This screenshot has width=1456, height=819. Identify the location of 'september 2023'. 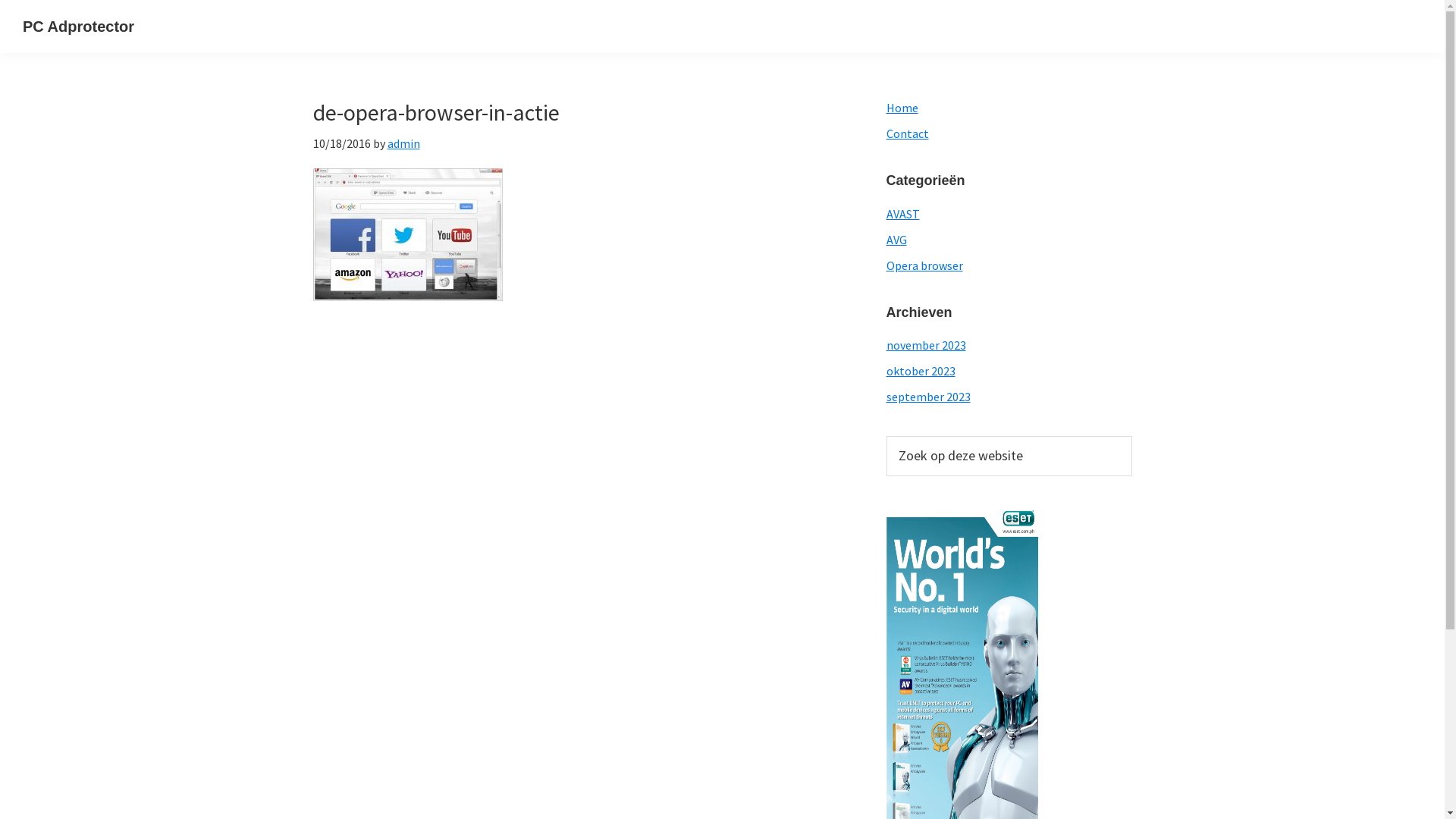
(885, 396).